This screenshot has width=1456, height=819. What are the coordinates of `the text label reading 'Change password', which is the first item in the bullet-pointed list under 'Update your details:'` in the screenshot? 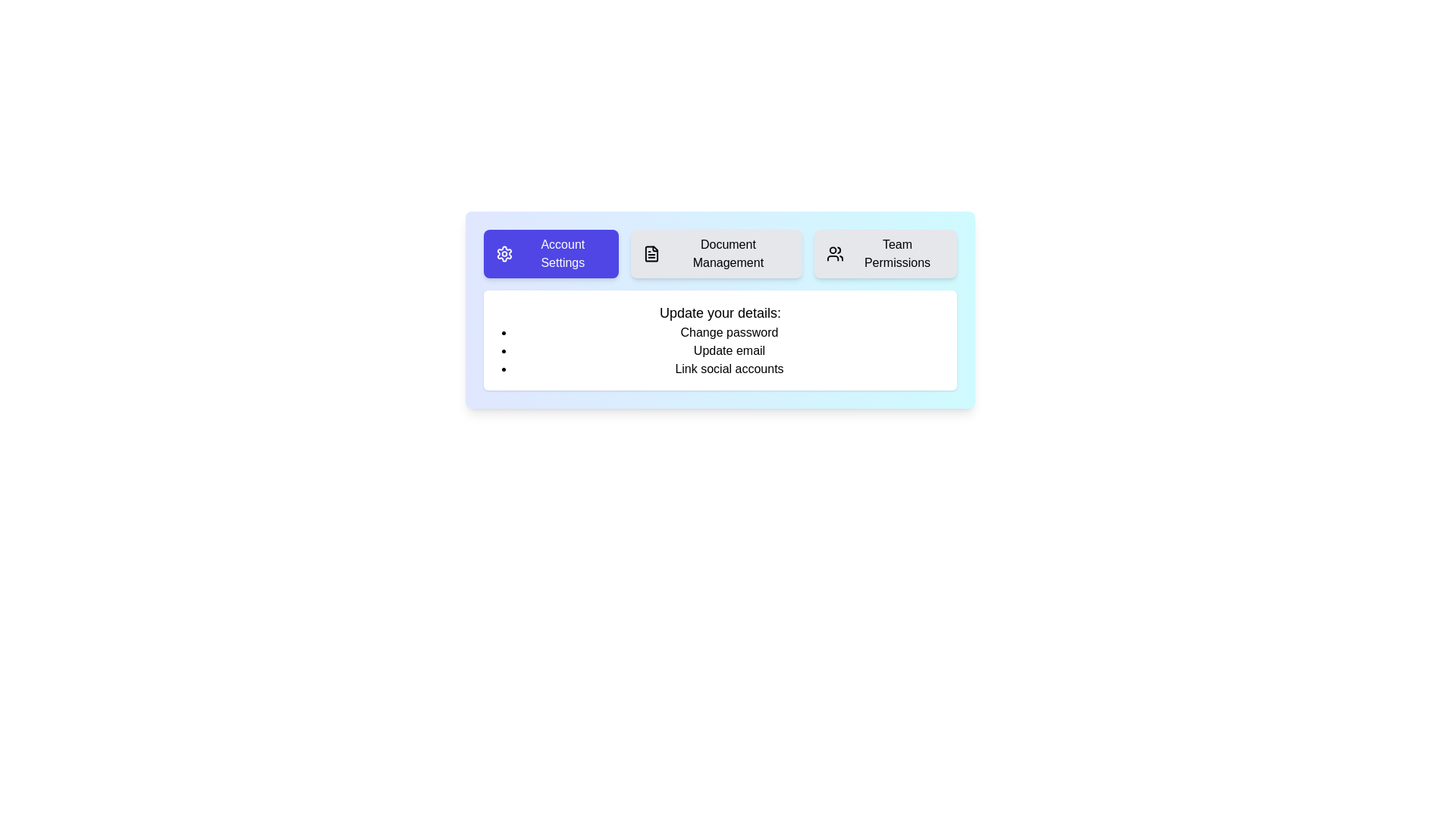 It's located at (729, 332).